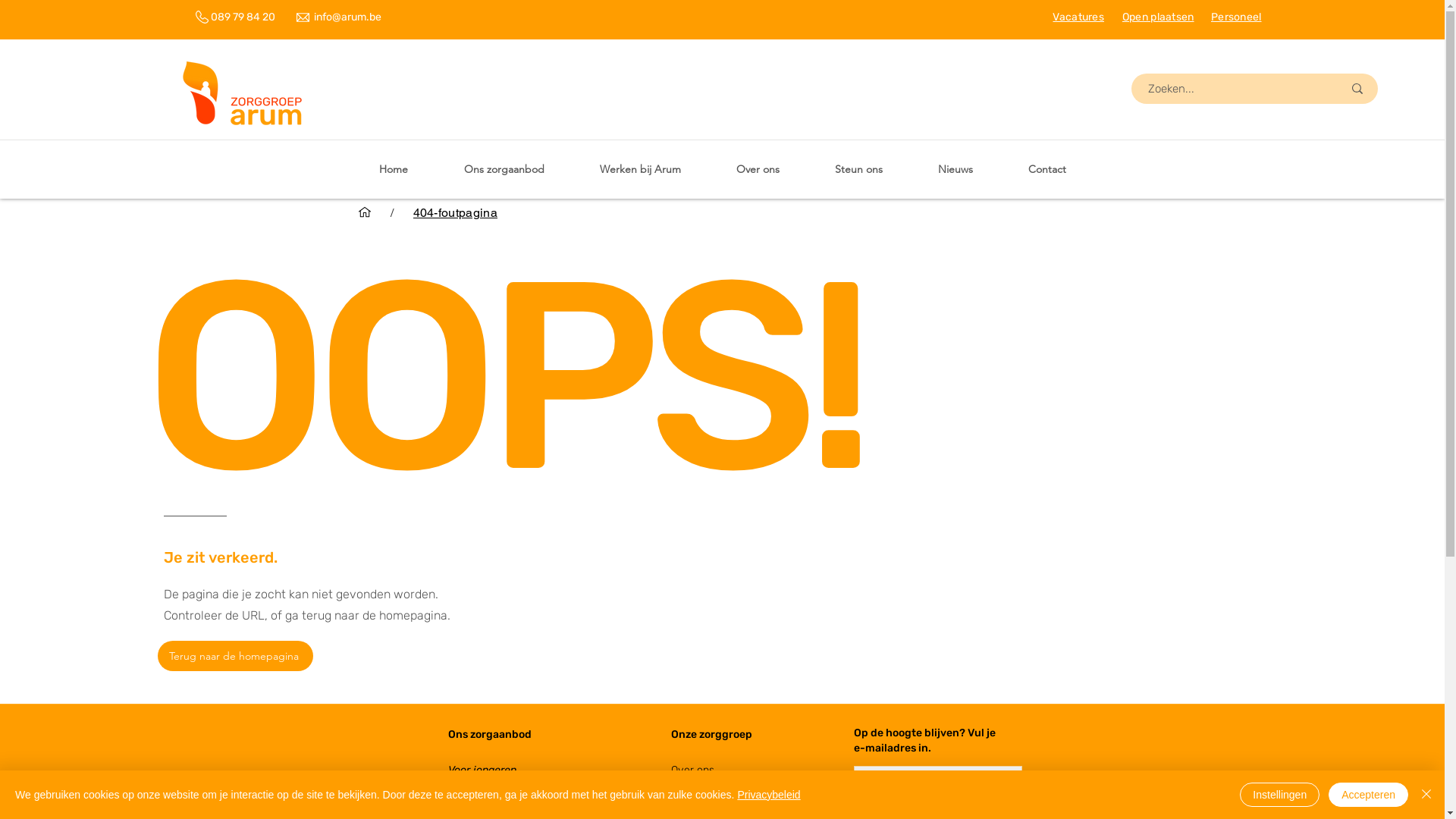  What do you see at coordinates (347, 17) in the screenshot?
I see `'info@arum.be'` at bounding box center [347, 17].